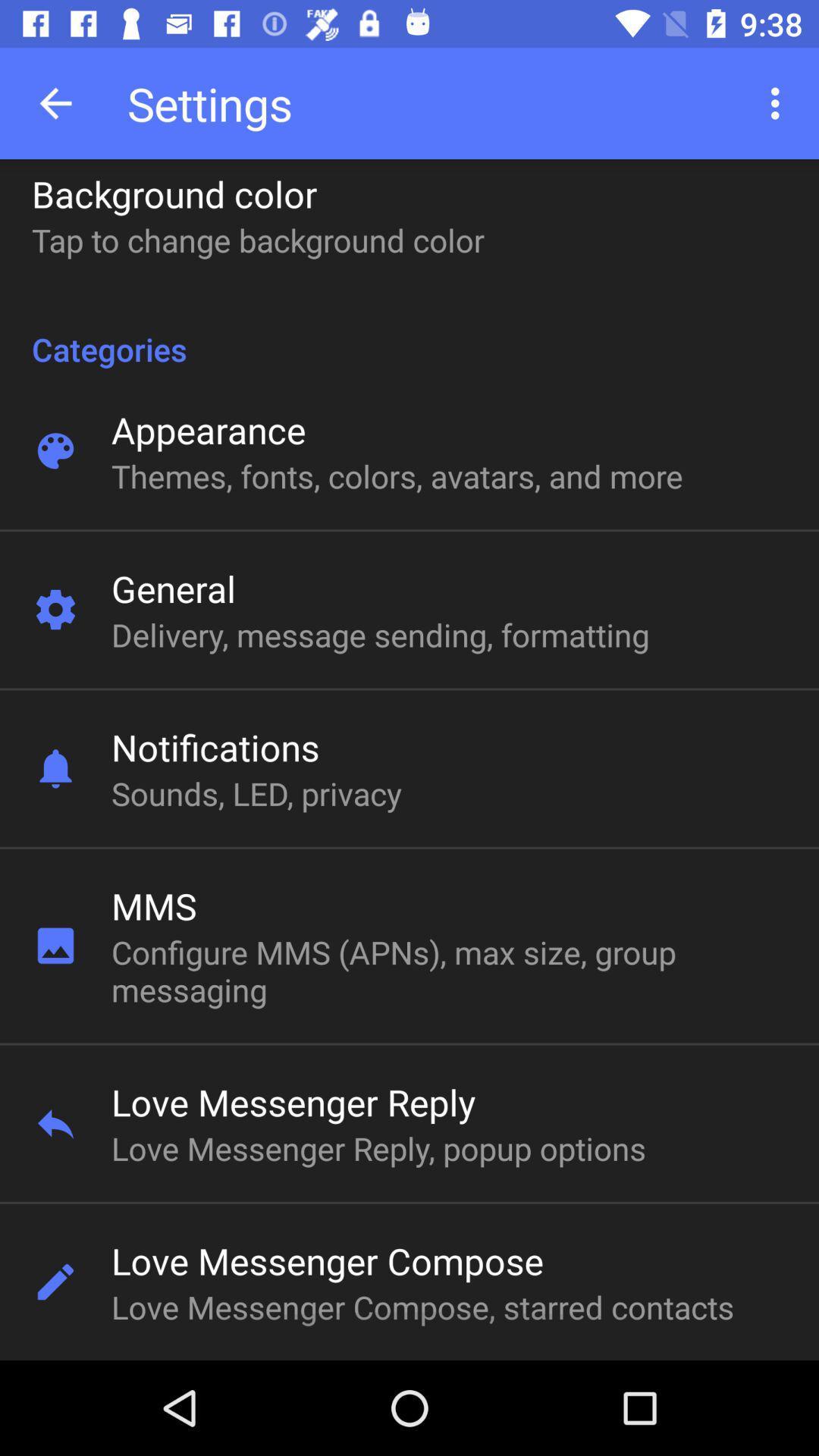 This screenshot has width=819, height=1456. Describe the element at coordinates (256, 792) in the screenshot. I see `sounds, led, privacy item` at that location.